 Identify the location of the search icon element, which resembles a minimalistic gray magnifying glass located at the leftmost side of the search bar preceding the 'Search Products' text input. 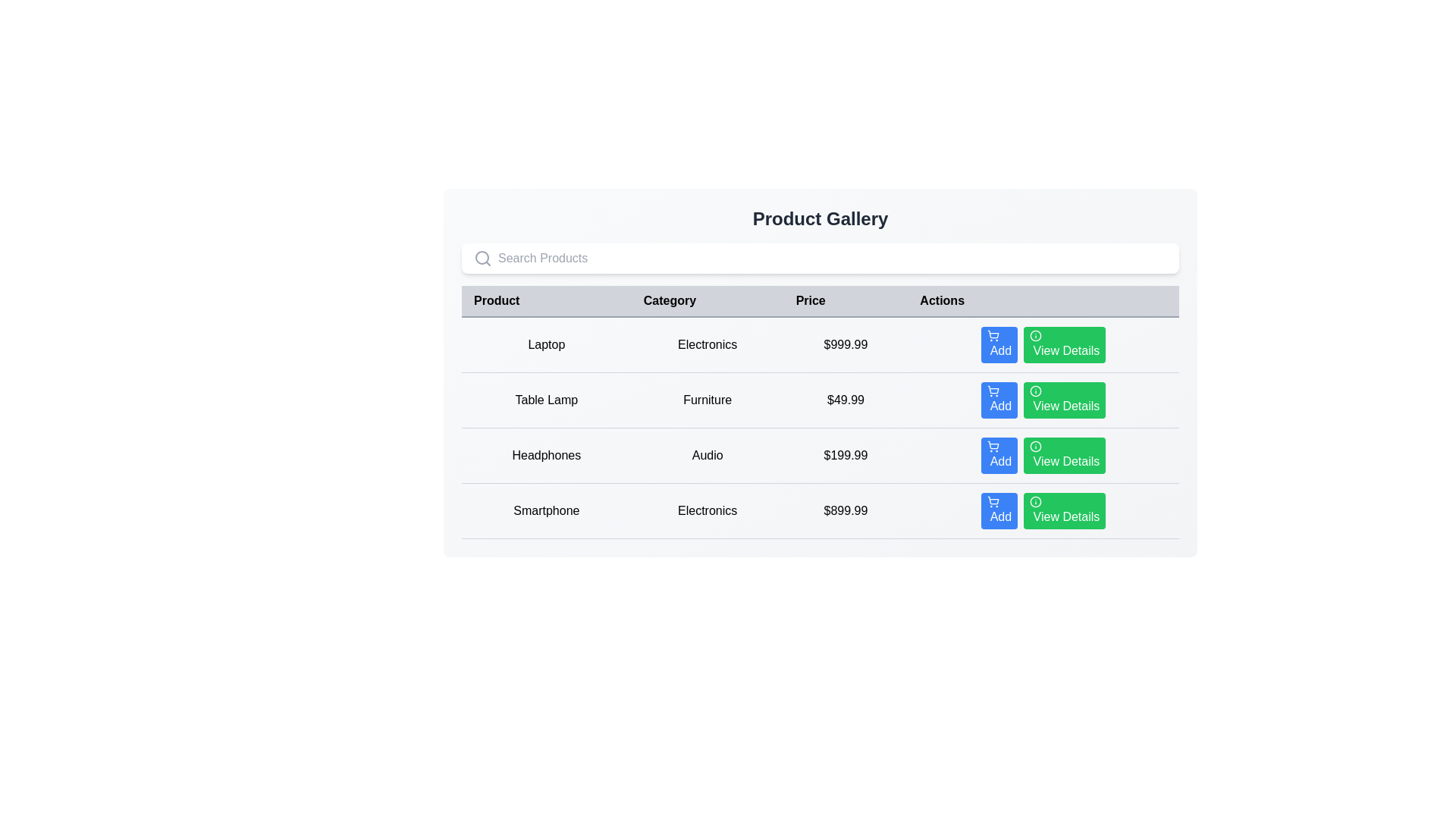
(482, 257).